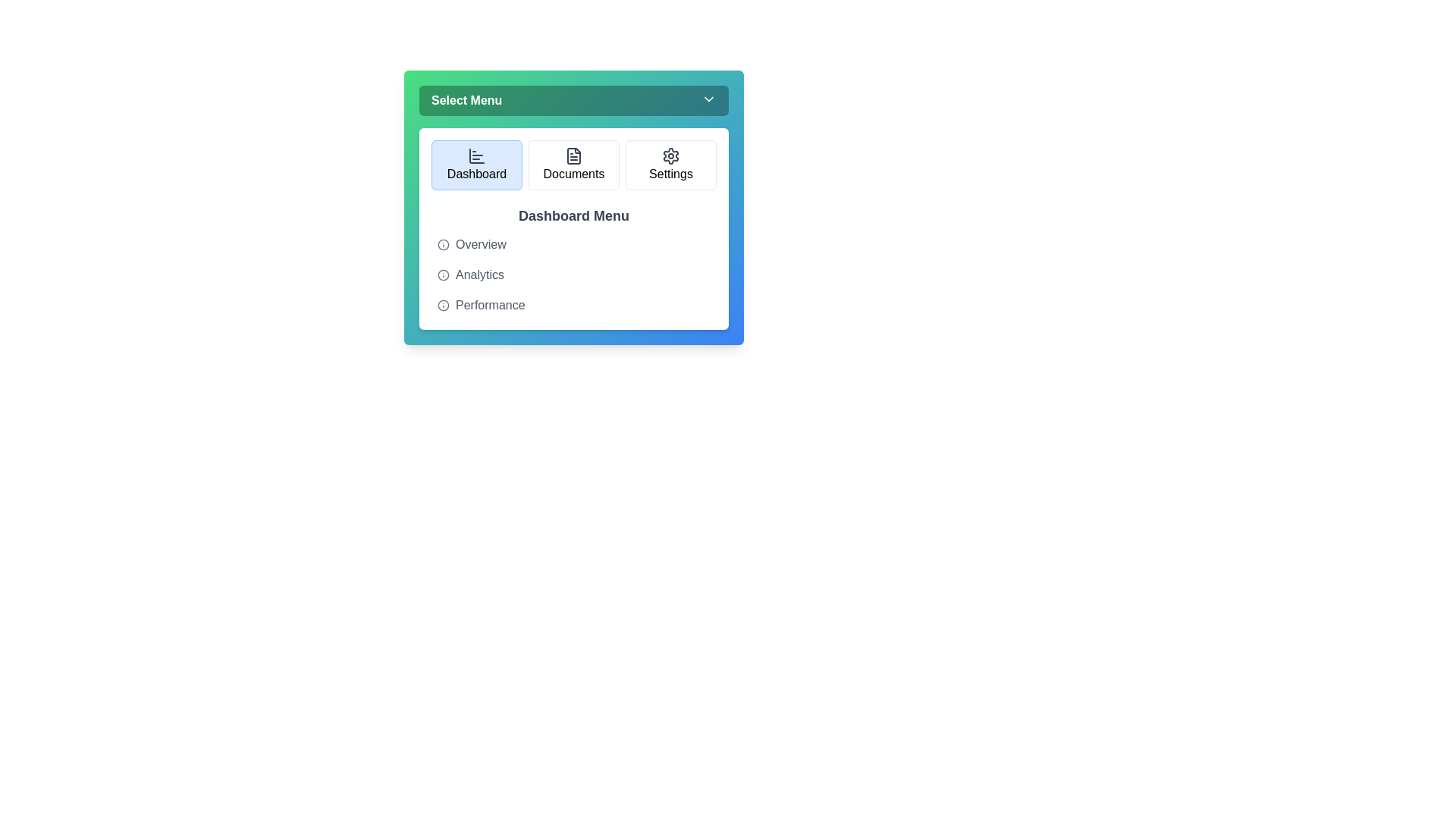 This screenshot has height=819, width=1456. I want to click on the 'Settings' button, which is a rectangular button with rounded corners, displaying a gear icon and the text 'Settings' in the center, positioned below the 'Select Menu' heading, so click(670, 165).